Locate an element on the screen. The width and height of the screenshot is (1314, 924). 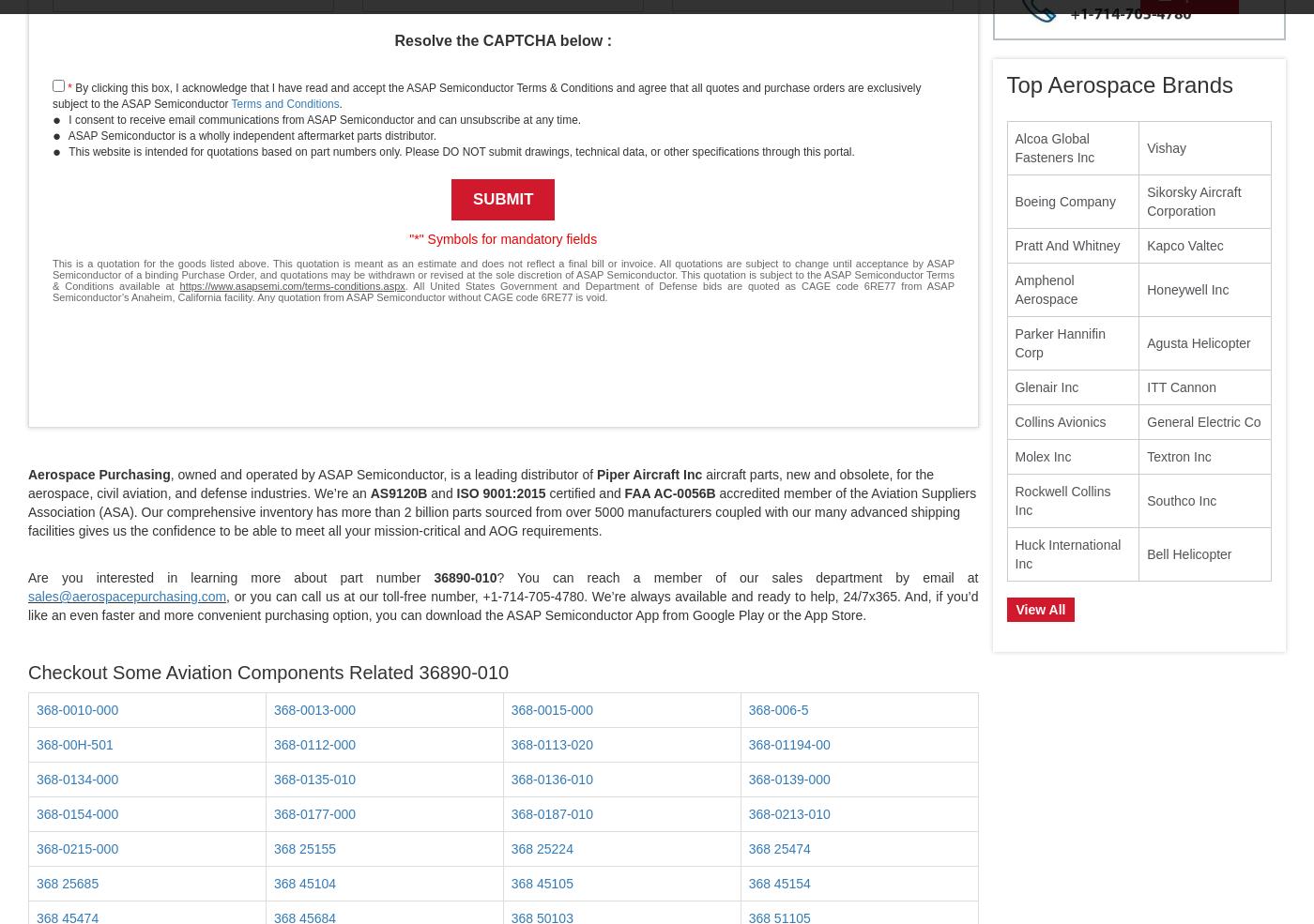
'368-0013-000' is located at coordinates (314, 709).